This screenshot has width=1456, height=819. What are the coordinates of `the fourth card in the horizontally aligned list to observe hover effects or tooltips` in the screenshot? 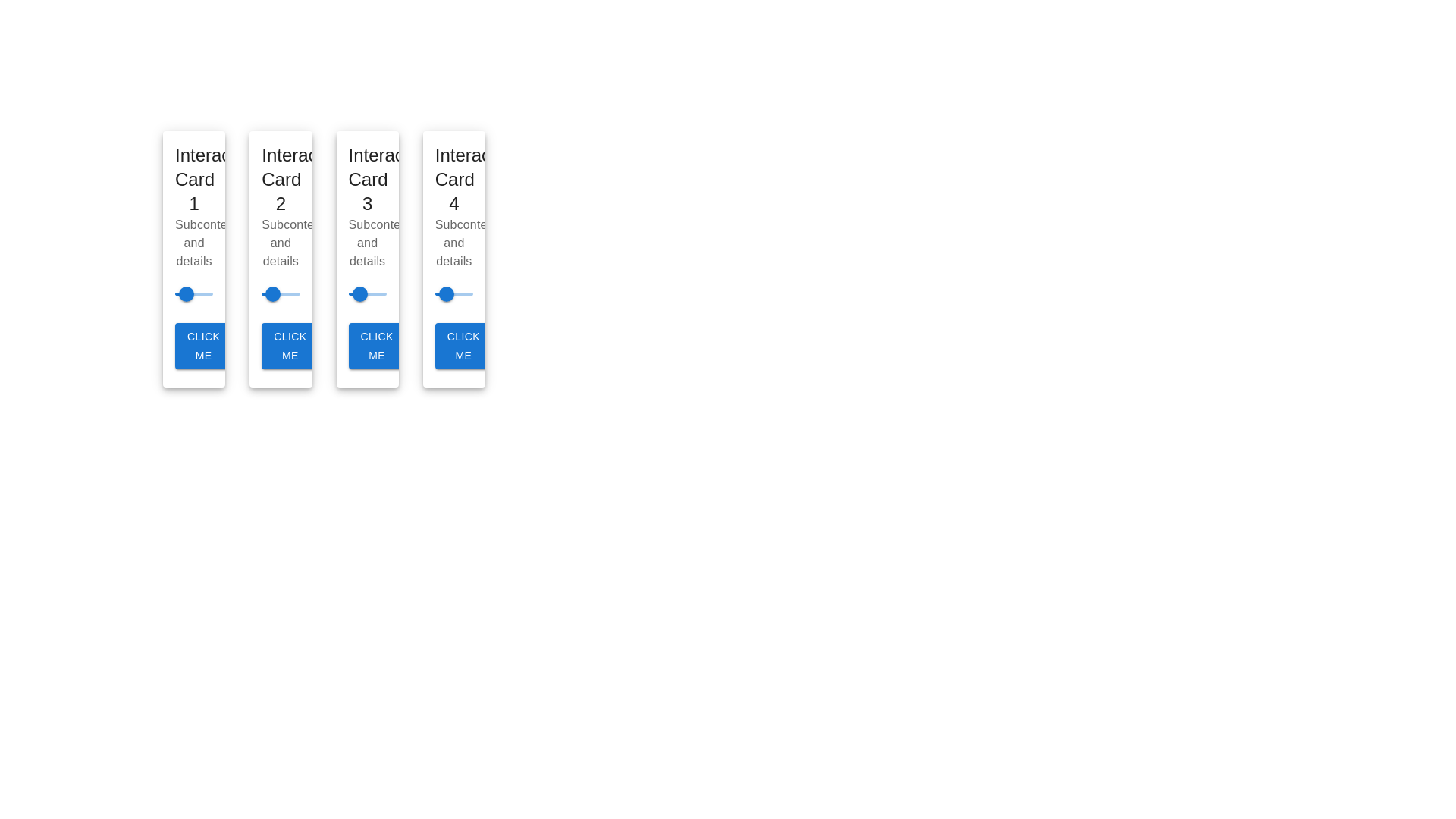 It's located at (441, 246).